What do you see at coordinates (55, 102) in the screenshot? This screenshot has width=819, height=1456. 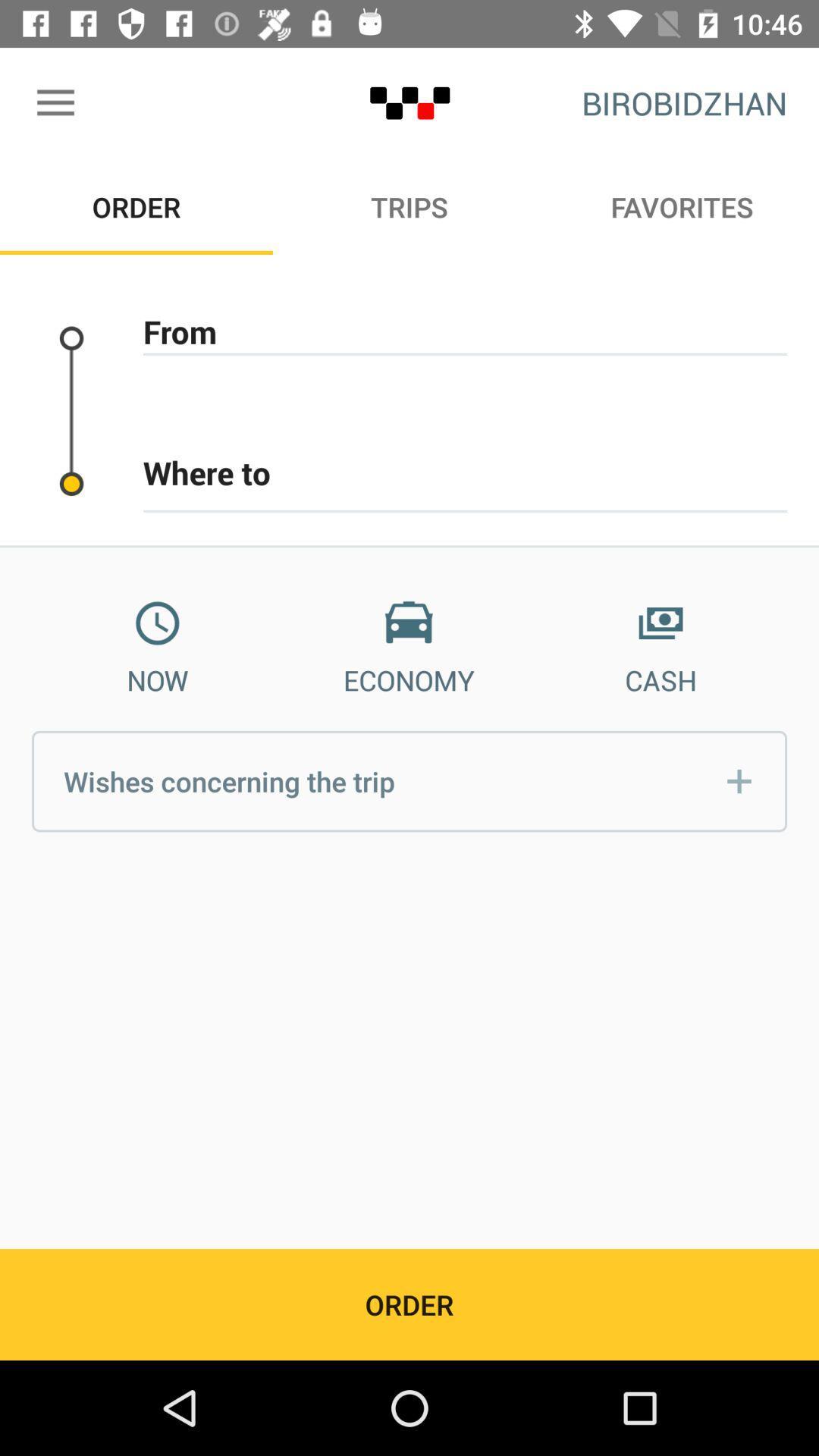 I see `the icon above the order` at bounding box center [55, 102].